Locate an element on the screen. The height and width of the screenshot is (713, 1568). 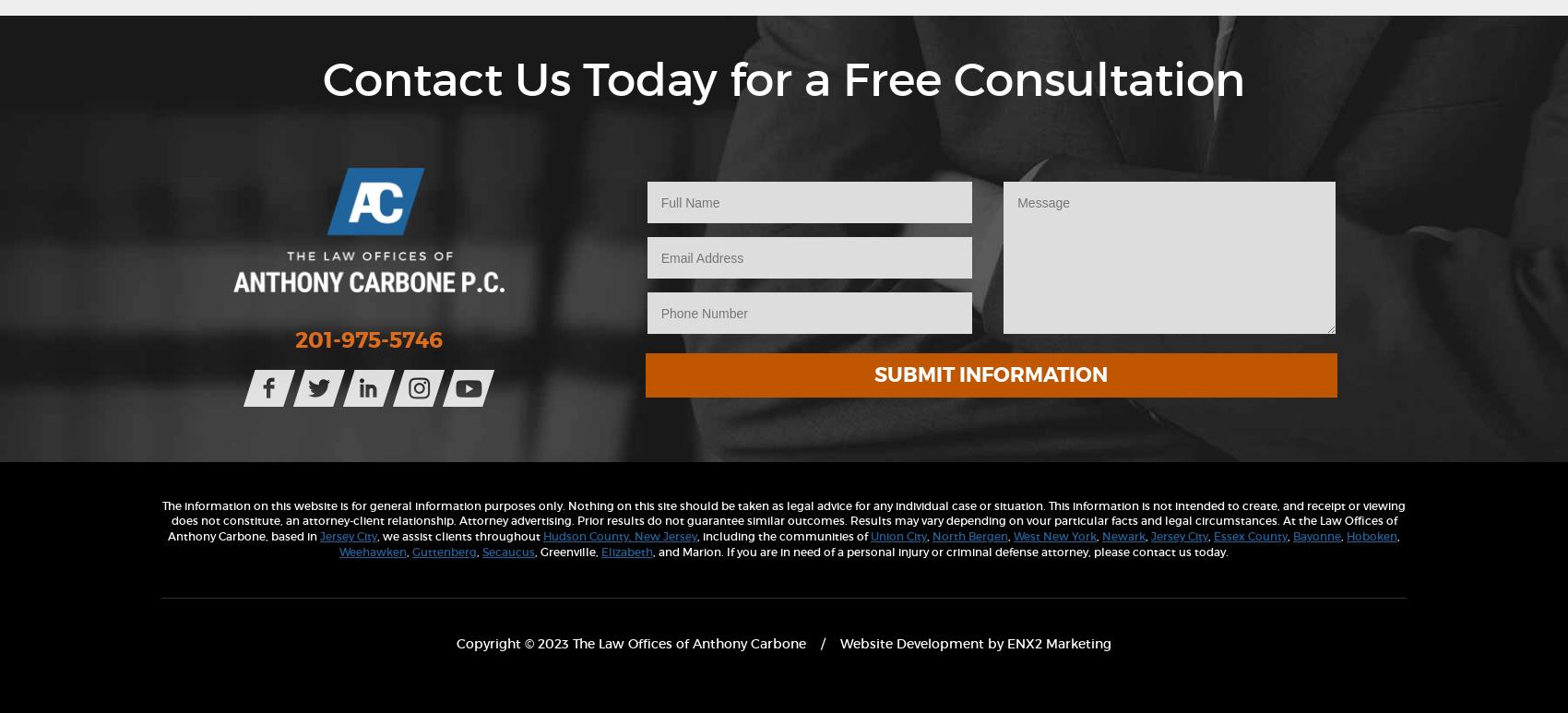
'Connect with us on Twitter!' is located at coordinates (434, 376).